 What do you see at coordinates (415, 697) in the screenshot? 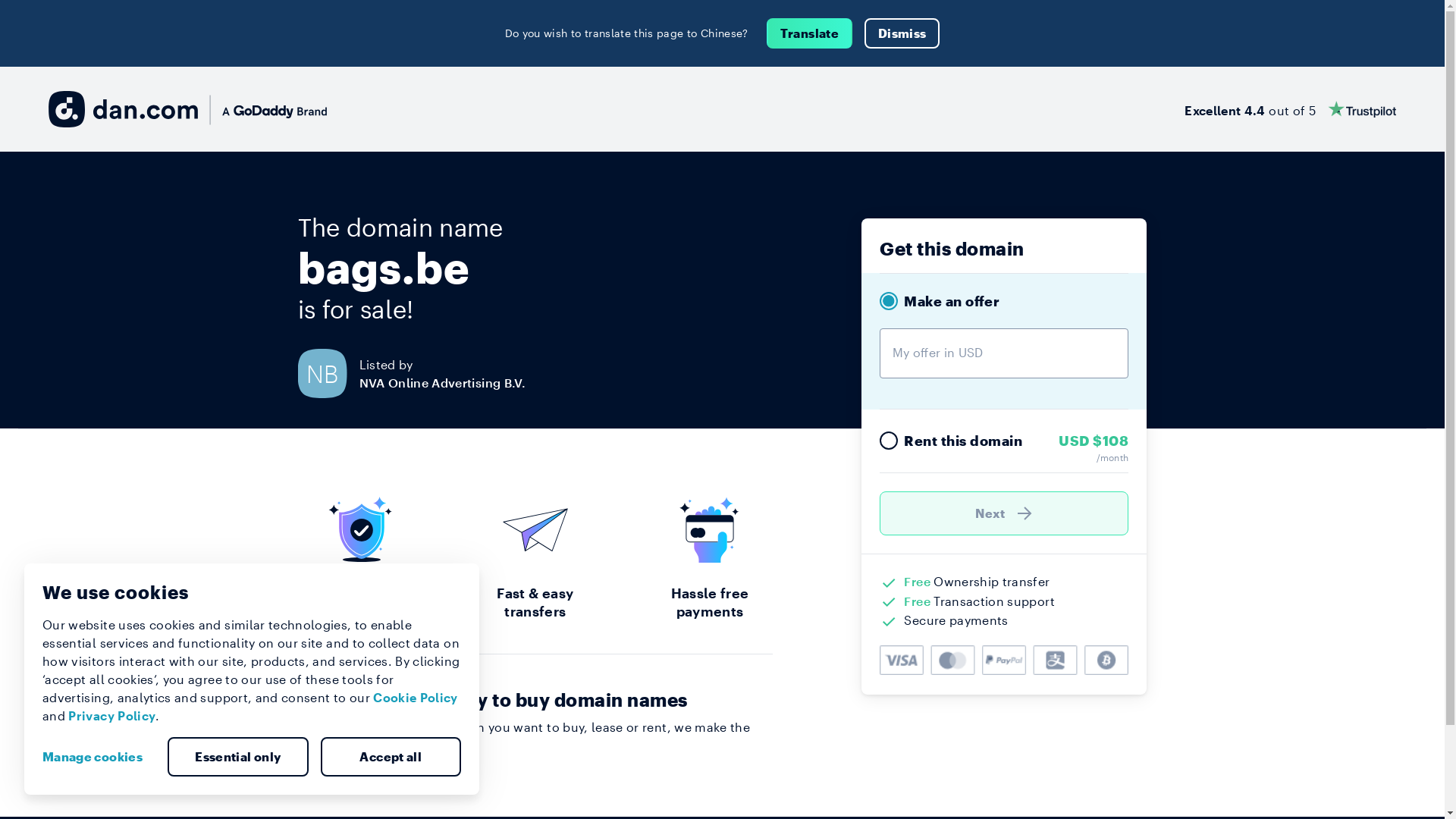
I see `'Cookie Policy'` at bounding box center [415, 697].